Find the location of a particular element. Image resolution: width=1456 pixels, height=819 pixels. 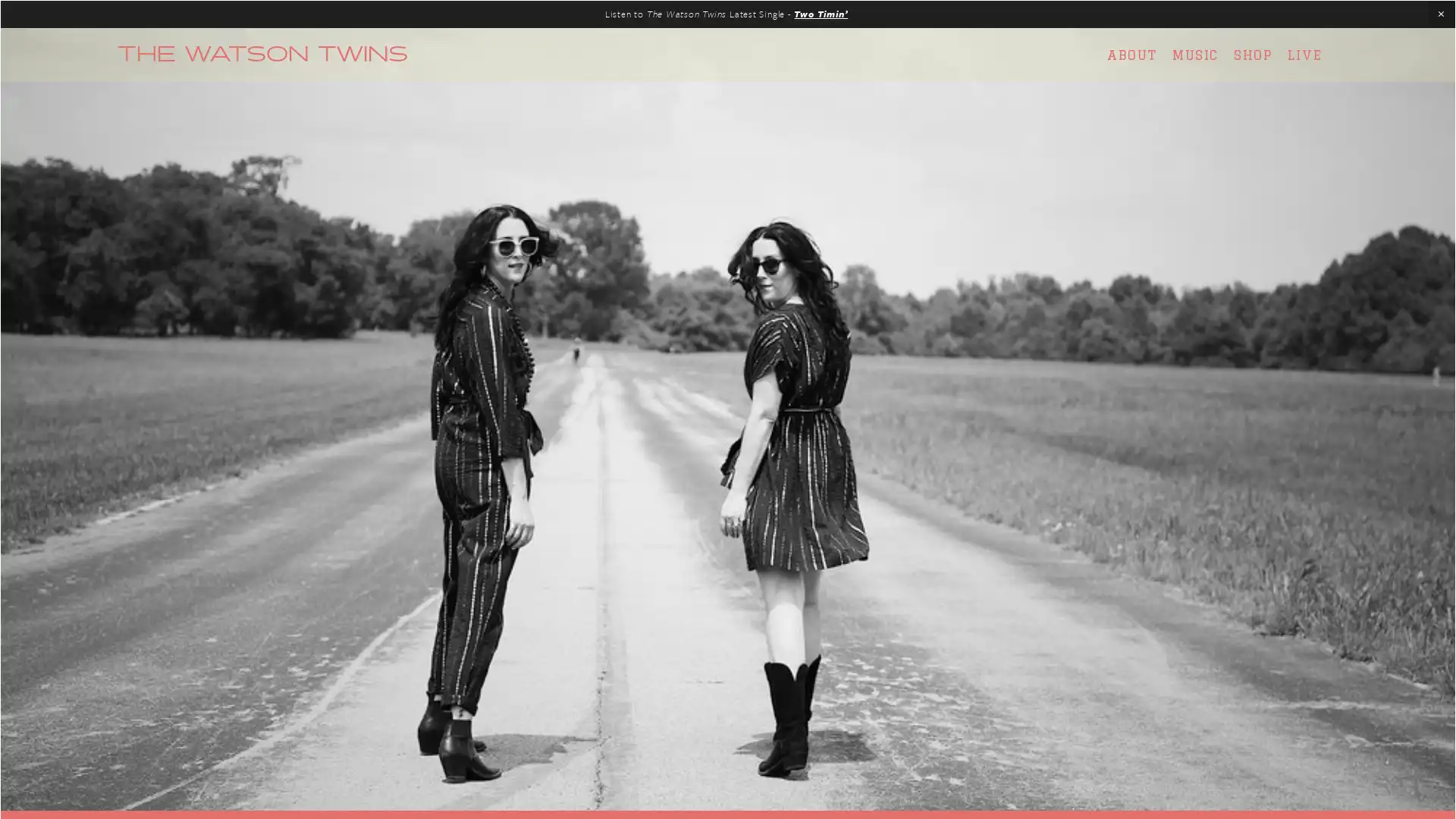

Close Announcement is located at coordinates (1440, 14).